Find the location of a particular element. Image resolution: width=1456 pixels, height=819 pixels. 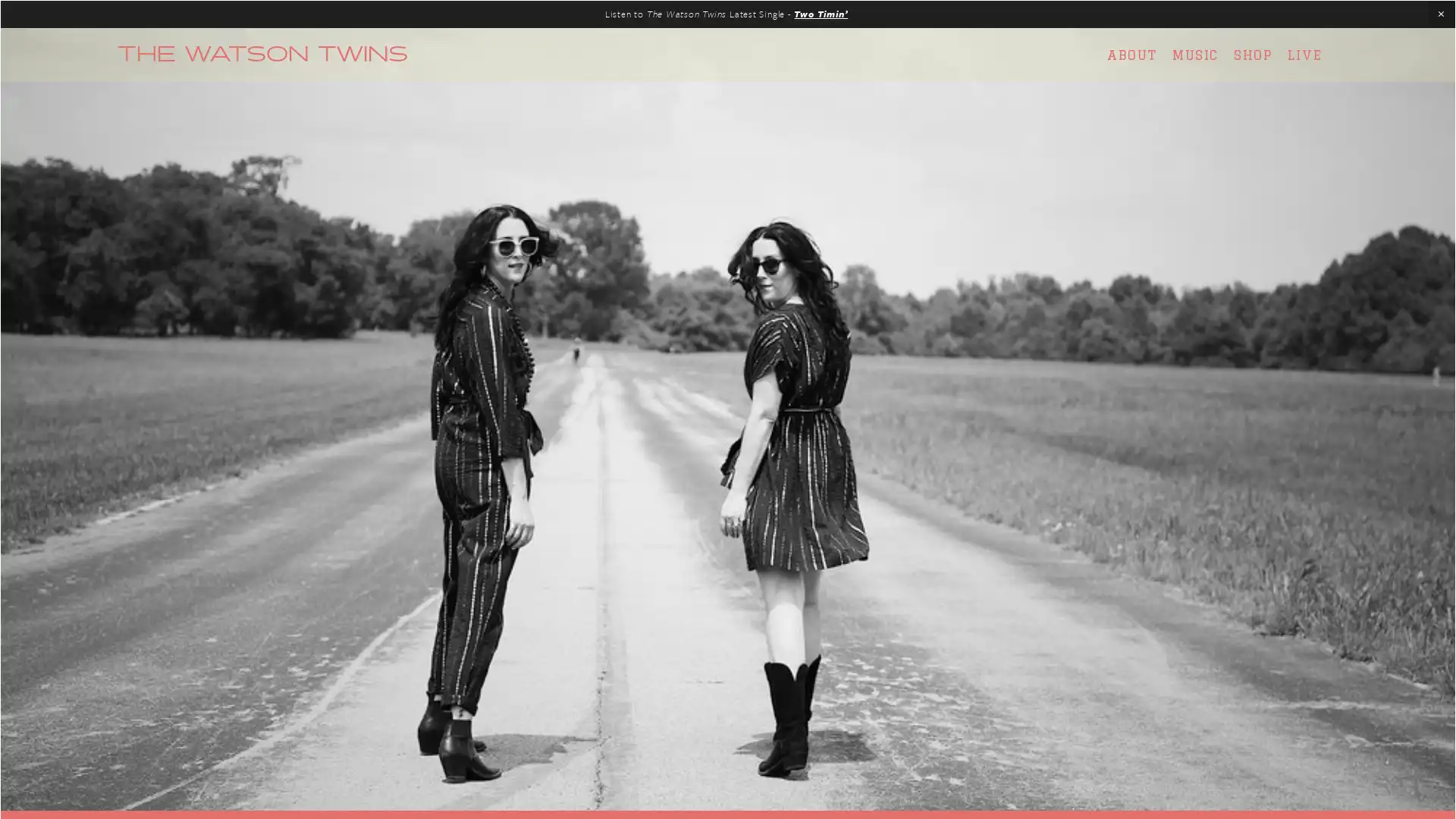

Close Announcement is located at coordinates (1440, 14).